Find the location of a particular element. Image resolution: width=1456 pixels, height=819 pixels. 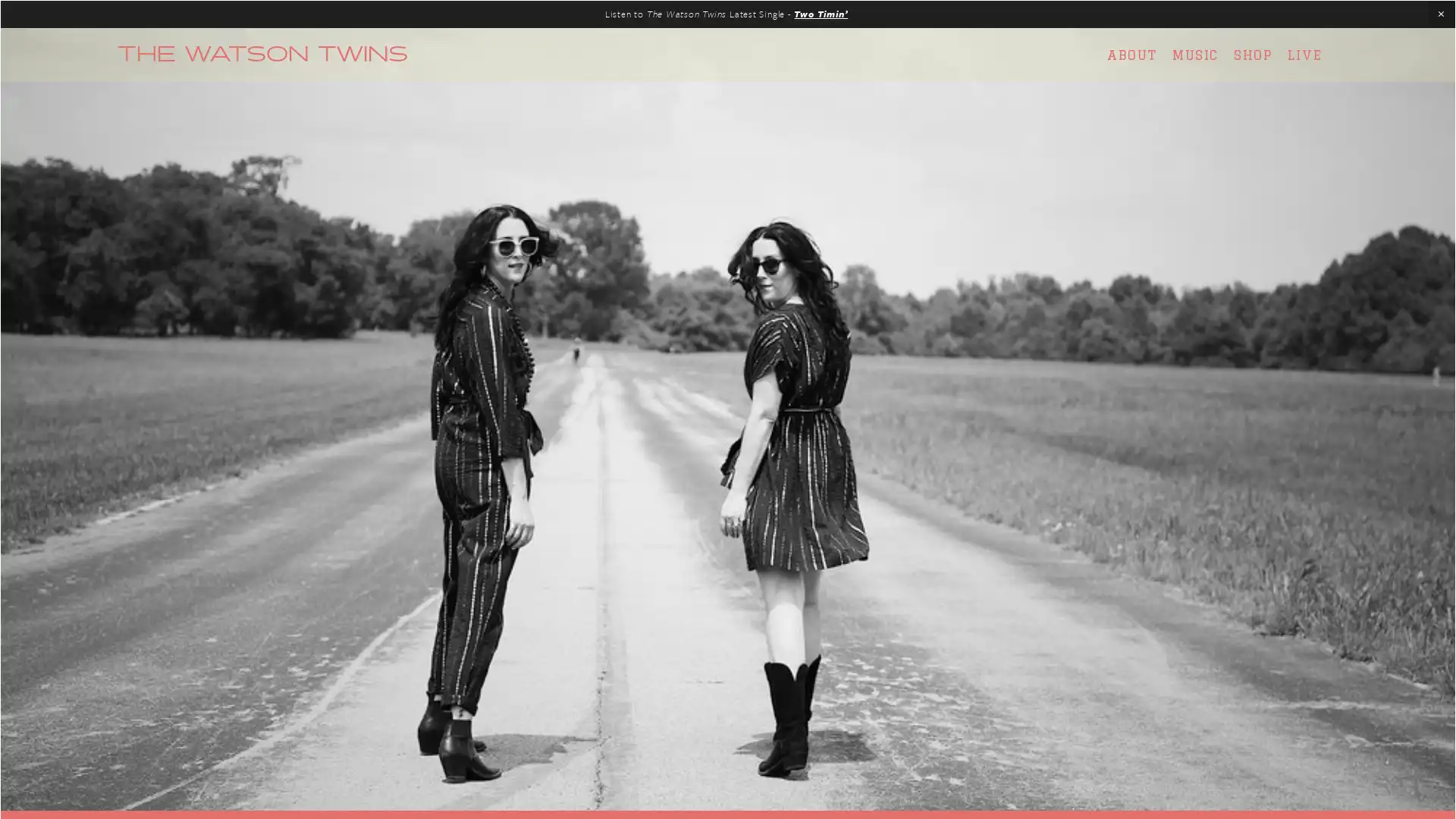

Close Announcement is located at coordinates (1440, 14).